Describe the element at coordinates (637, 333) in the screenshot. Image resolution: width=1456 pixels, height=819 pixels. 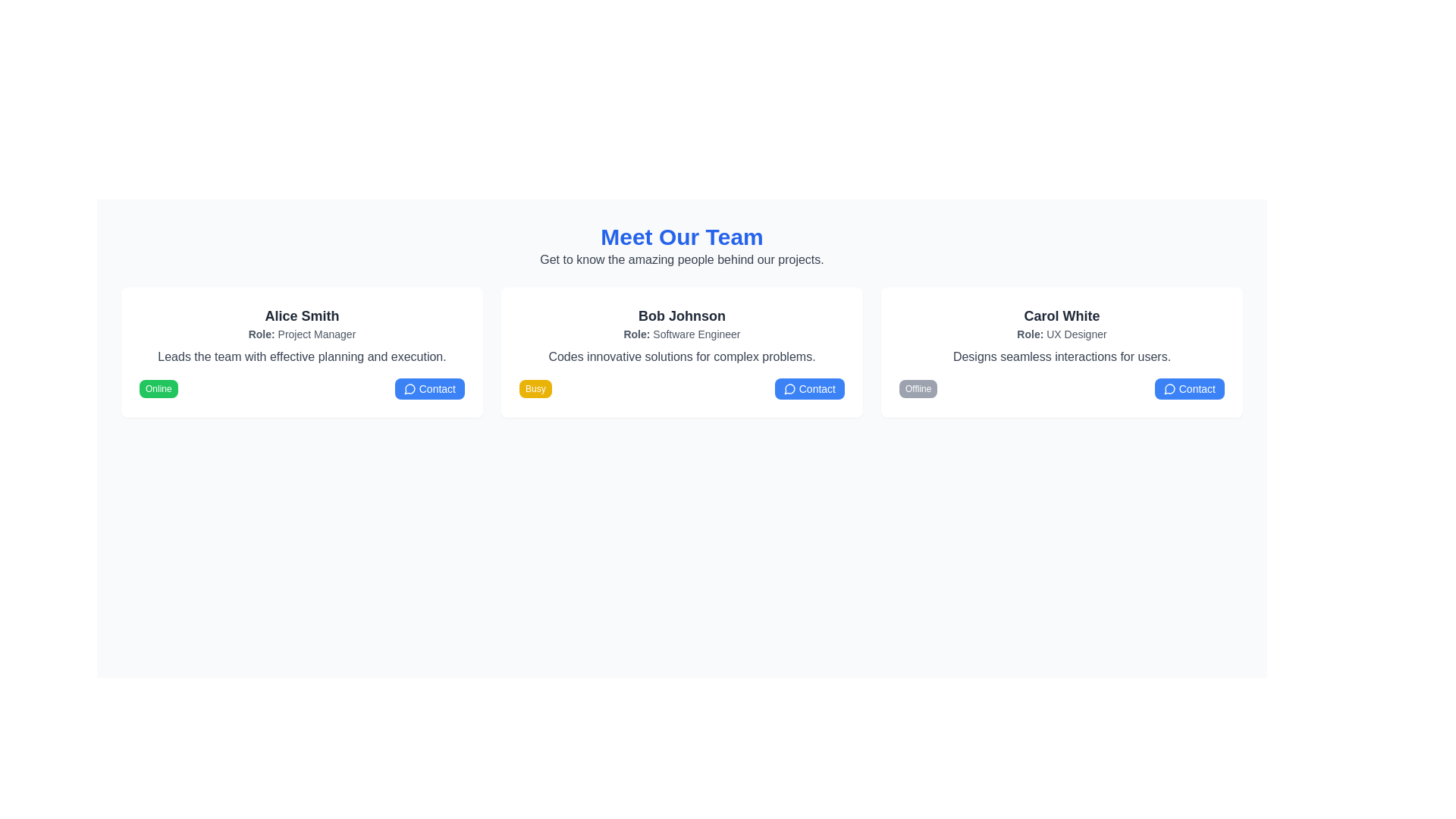
I see `text label that describes the role of an individual in the team profile, specifically the label located at the beginning of the text 'Role: Software Engineer' in the second profile card of the 'Meet Our Team' section` at that location.